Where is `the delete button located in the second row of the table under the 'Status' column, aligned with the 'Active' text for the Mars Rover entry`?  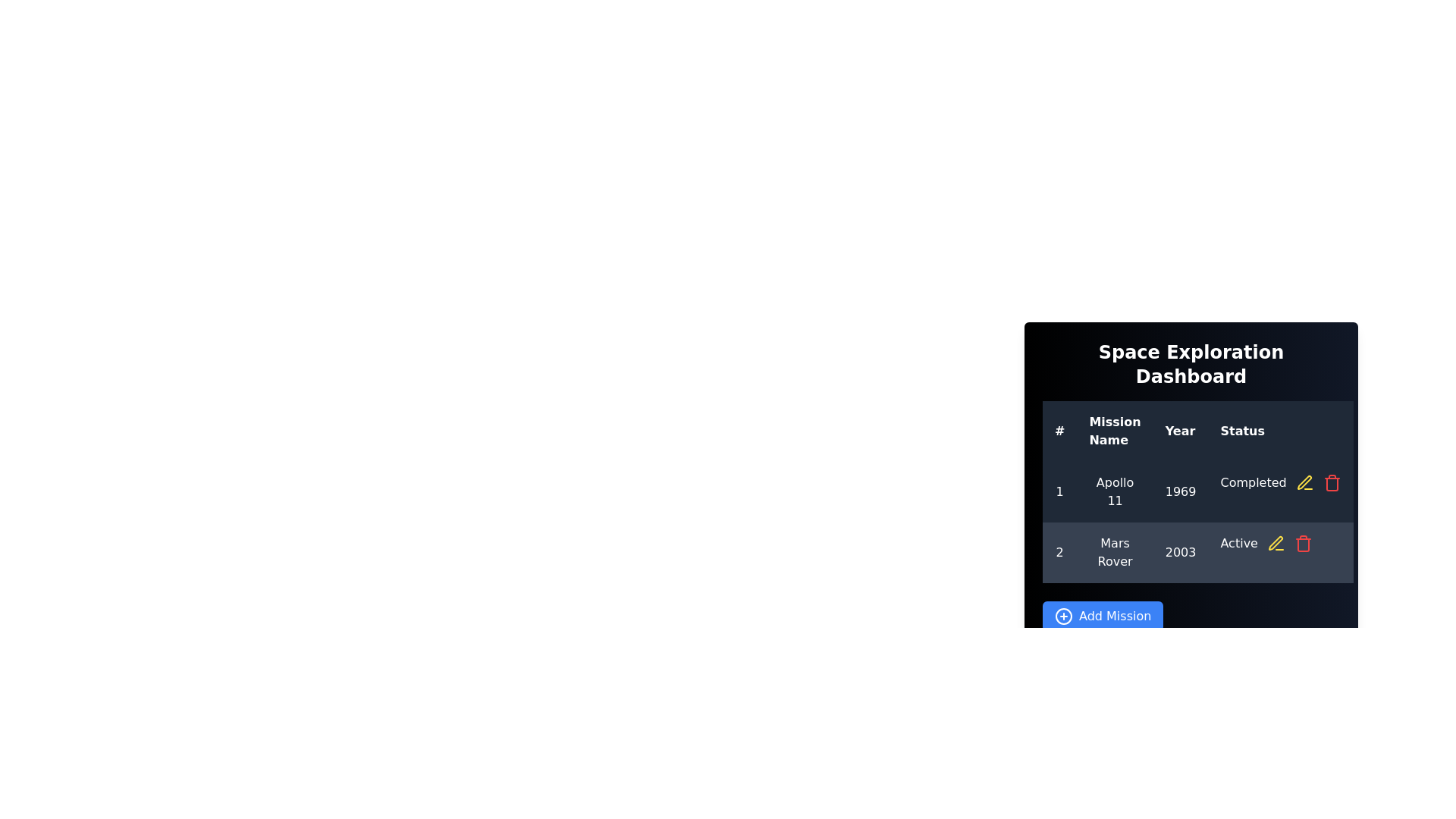 the delete button located in the second row of the table under the 'Status' column, aligned with the 'Active' text for the Mars Rover entry is located at coordinates (1302, 543).